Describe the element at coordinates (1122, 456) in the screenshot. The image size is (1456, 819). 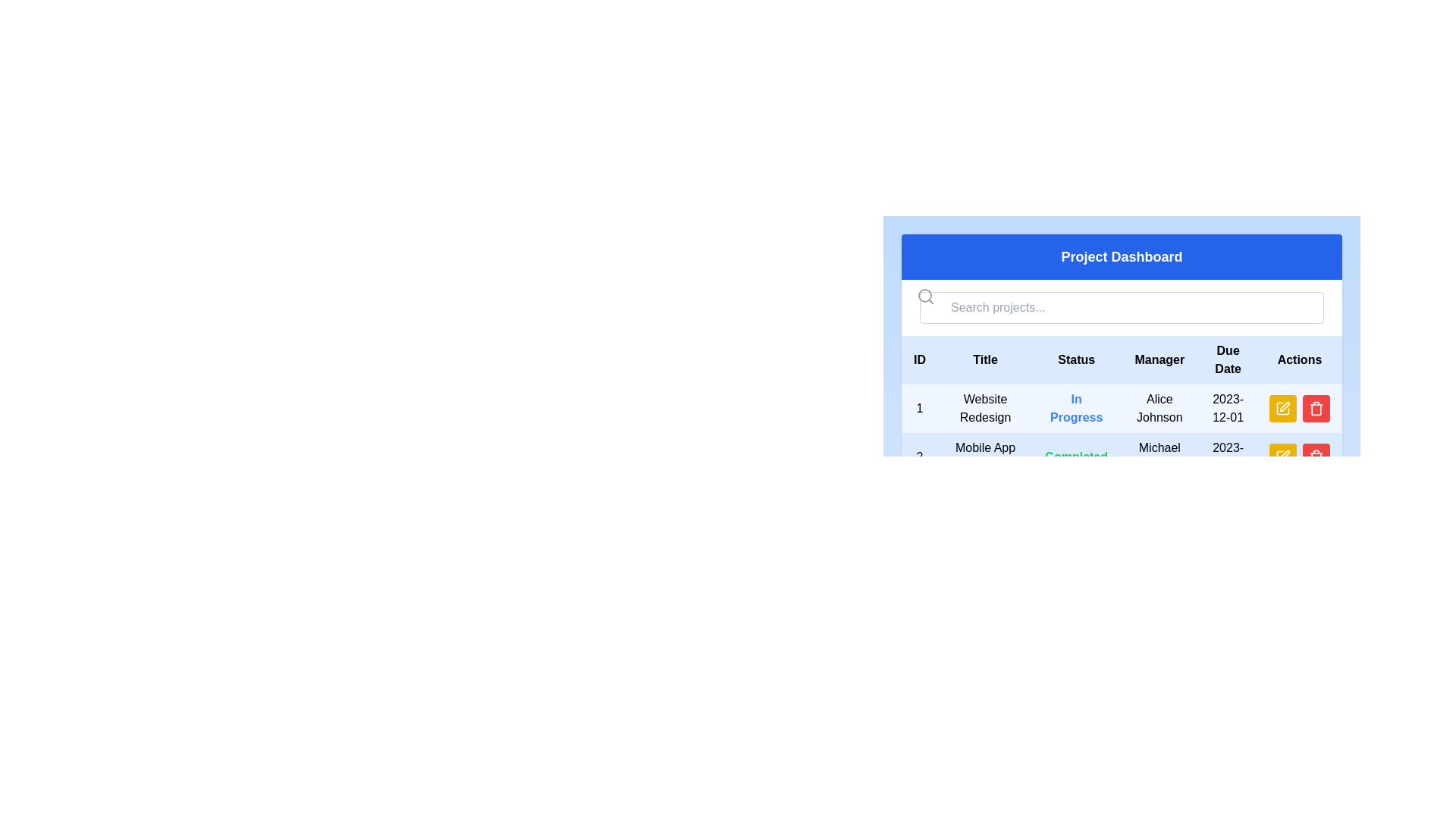
I see `displayed information in the second row of the project table, which includes the project's title, status, manager, and due date` at that location.